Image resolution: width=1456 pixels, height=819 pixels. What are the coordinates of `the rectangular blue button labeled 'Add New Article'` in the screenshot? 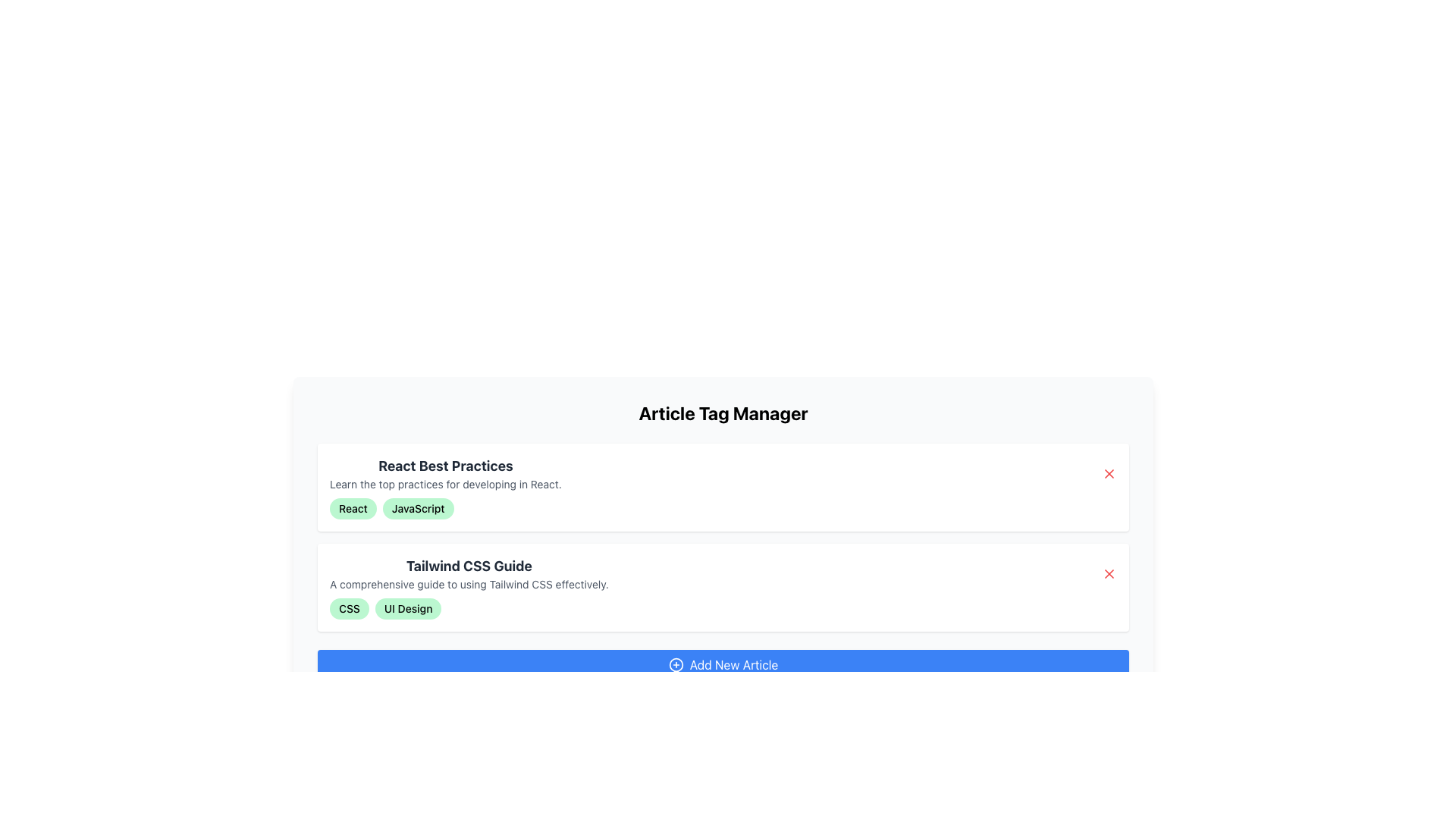 It's located at (723, 664).